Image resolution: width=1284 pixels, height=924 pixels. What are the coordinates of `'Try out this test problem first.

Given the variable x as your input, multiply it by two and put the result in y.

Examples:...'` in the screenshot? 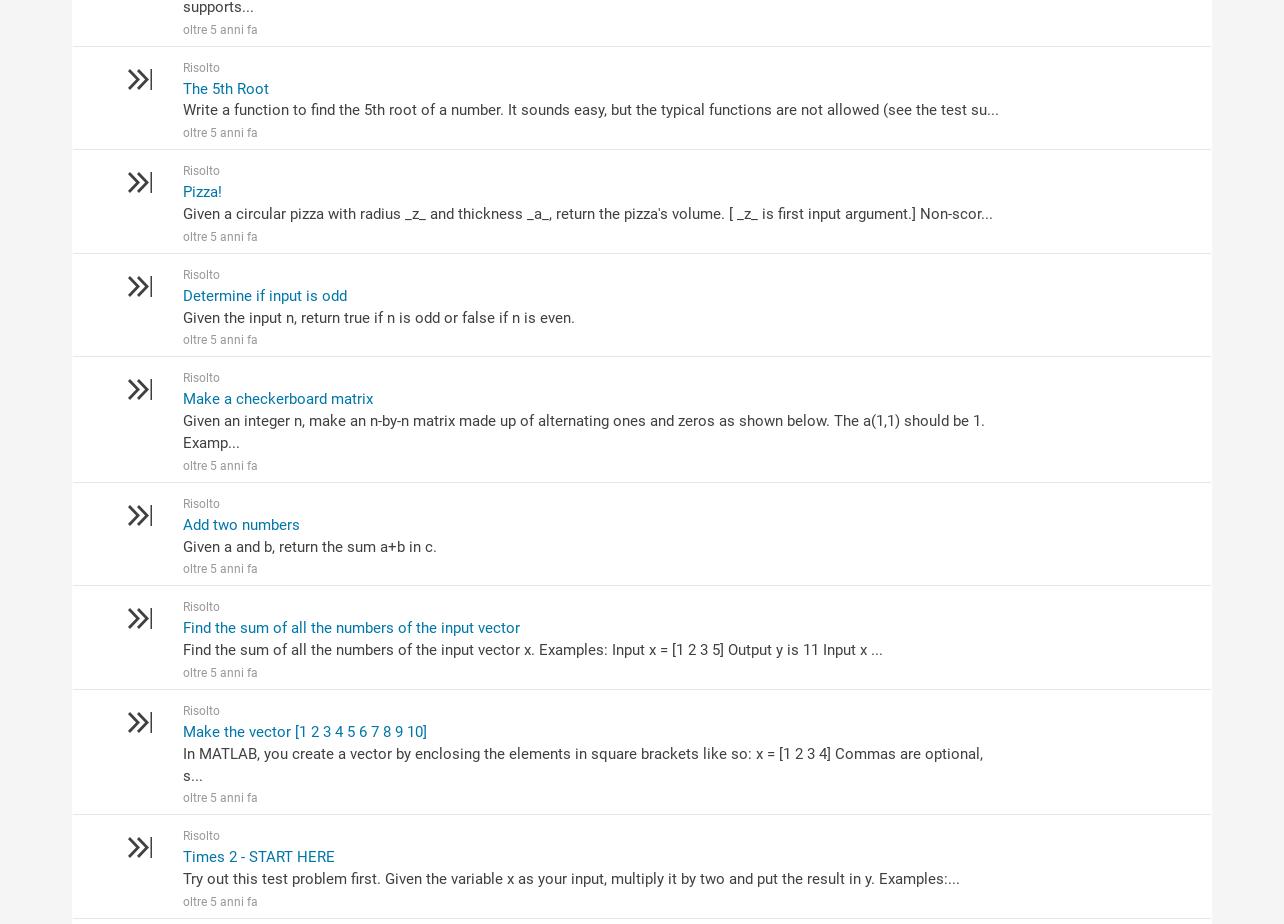 It's located at (180, 879).